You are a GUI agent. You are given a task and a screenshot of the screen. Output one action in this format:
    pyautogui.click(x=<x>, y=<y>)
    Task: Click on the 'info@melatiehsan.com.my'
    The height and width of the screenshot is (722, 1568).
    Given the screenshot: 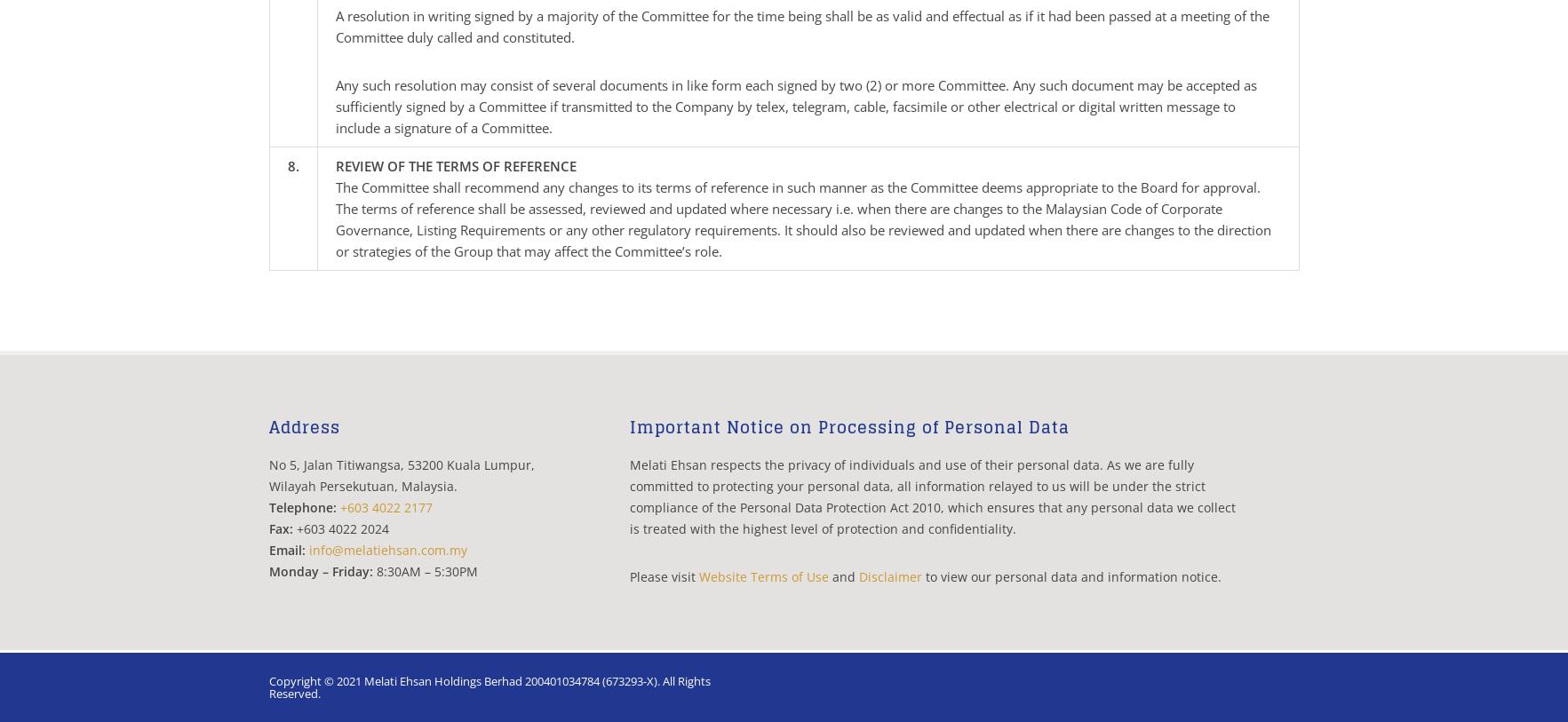 What is the action you would take?
    pyautogui.click(x=386, y=550)
    